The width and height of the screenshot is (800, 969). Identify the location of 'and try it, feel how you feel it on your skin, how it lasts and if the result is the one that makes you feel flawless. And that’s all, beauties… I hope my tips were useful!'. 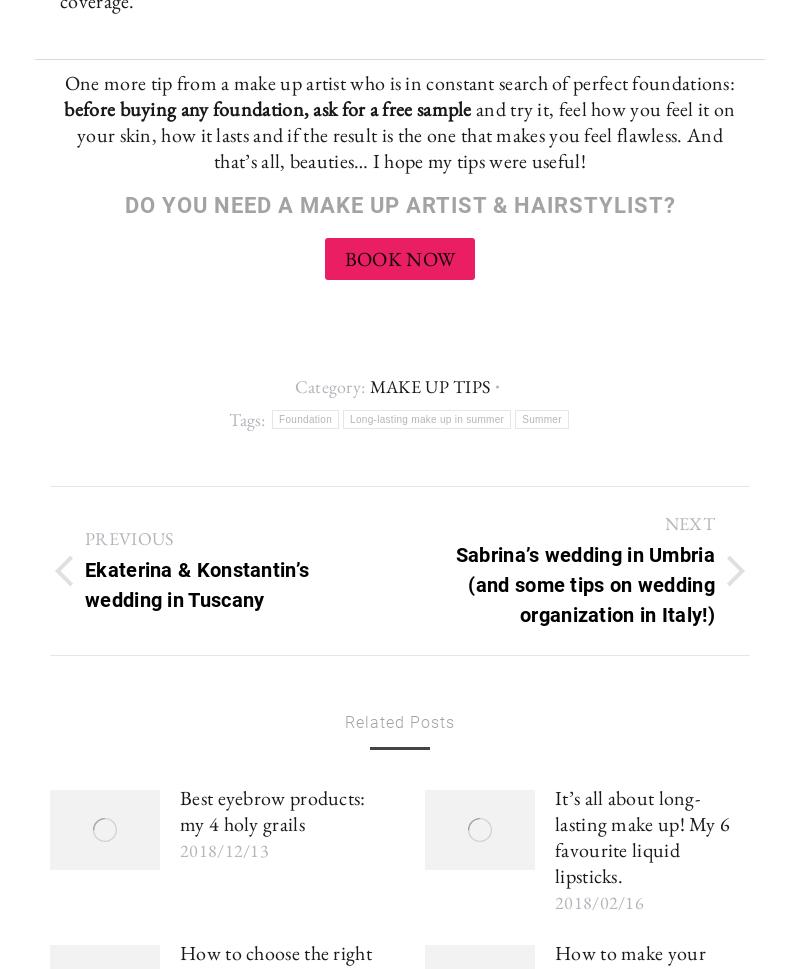
(77, 133).